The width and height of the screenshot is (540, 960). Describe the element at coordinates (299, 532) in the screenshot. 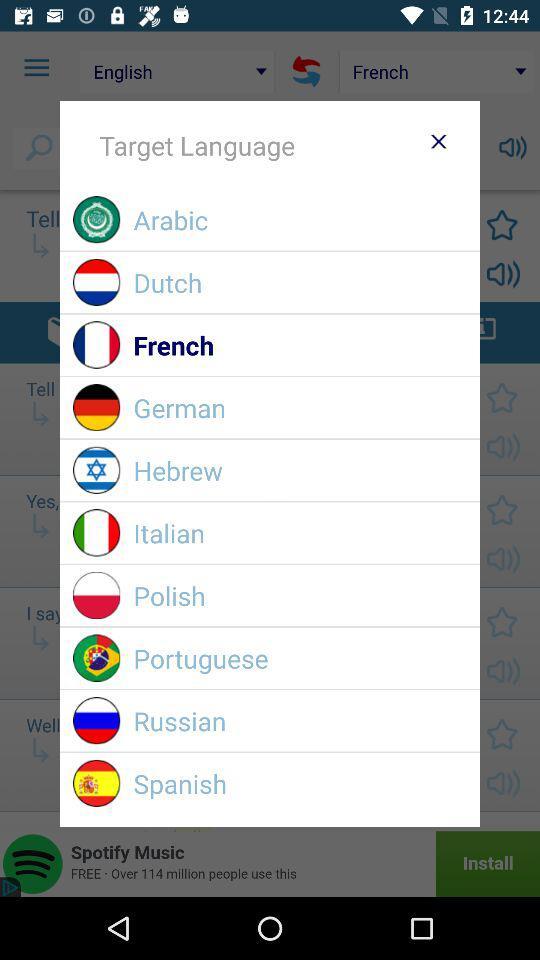

I see `the italian icon` at that location.